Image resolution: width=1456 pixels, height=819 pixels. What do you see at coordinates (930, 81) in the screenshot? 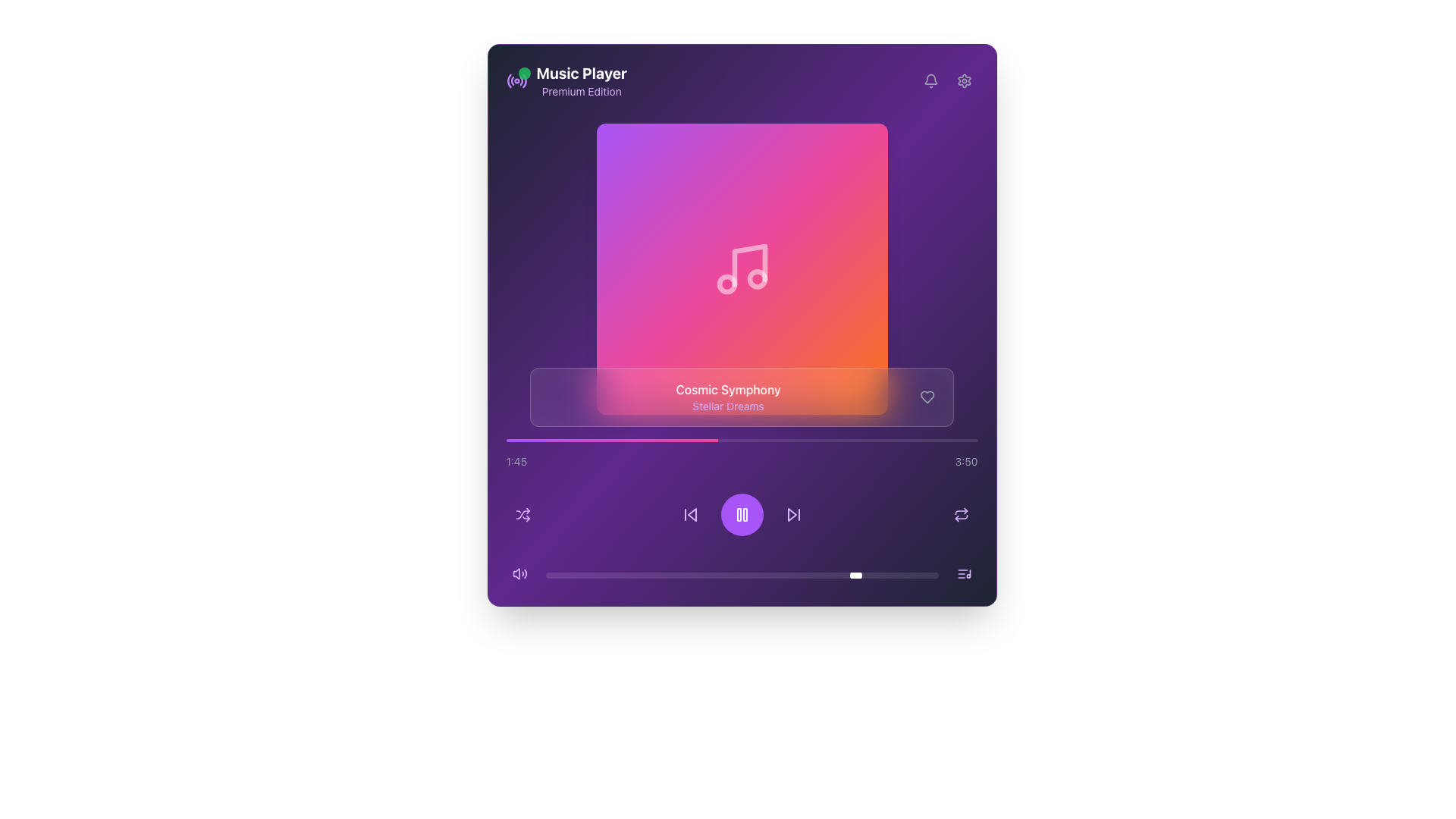
I see `the bell icon located in the top-right corner of the music player interface` at bounding box center [930, 81].